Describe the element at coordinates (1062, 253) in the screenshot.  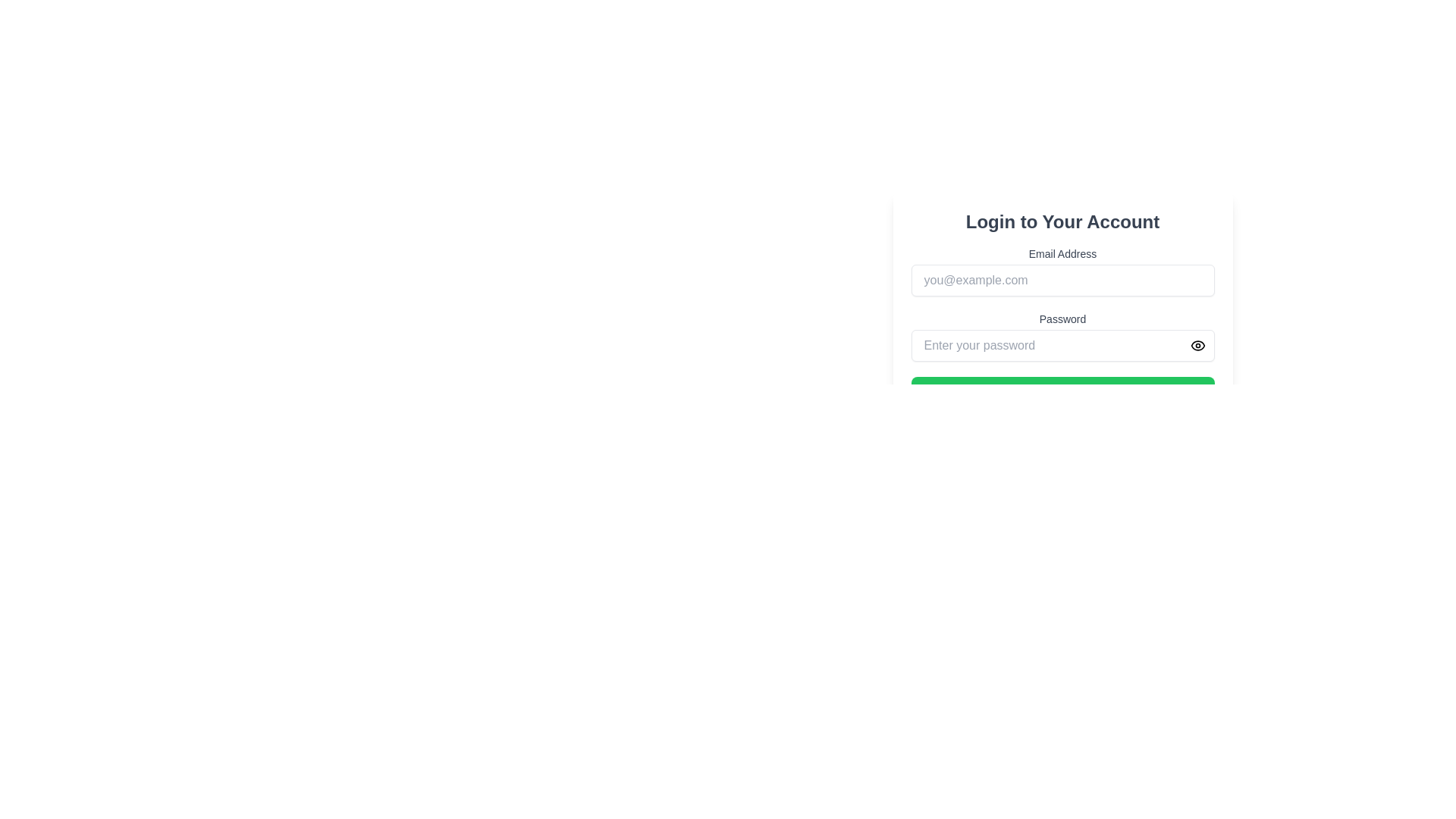
I see `the Text Label that informs the user about the email input field, located under the title 'Login to Your Account'` at that location.